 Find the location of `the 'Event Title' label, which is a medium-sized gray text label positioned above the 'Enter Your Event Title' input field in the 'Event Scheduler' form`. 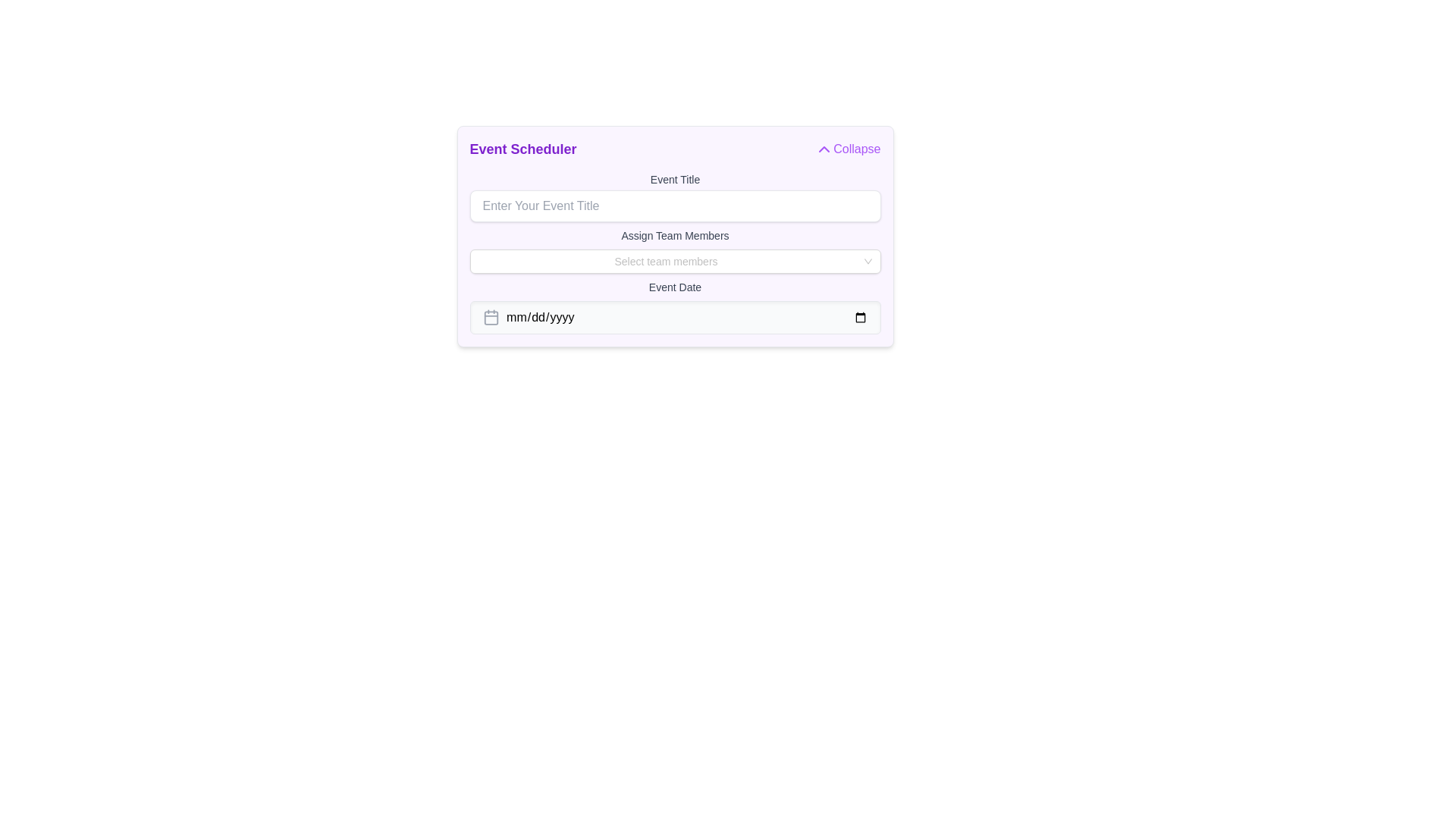

the 'Event Title' label, which is a medium-sized gray text label positioned above the 'Enter Your Event Title' input field in the 'Event Scheduler' form is located at coordinates (674, 178).